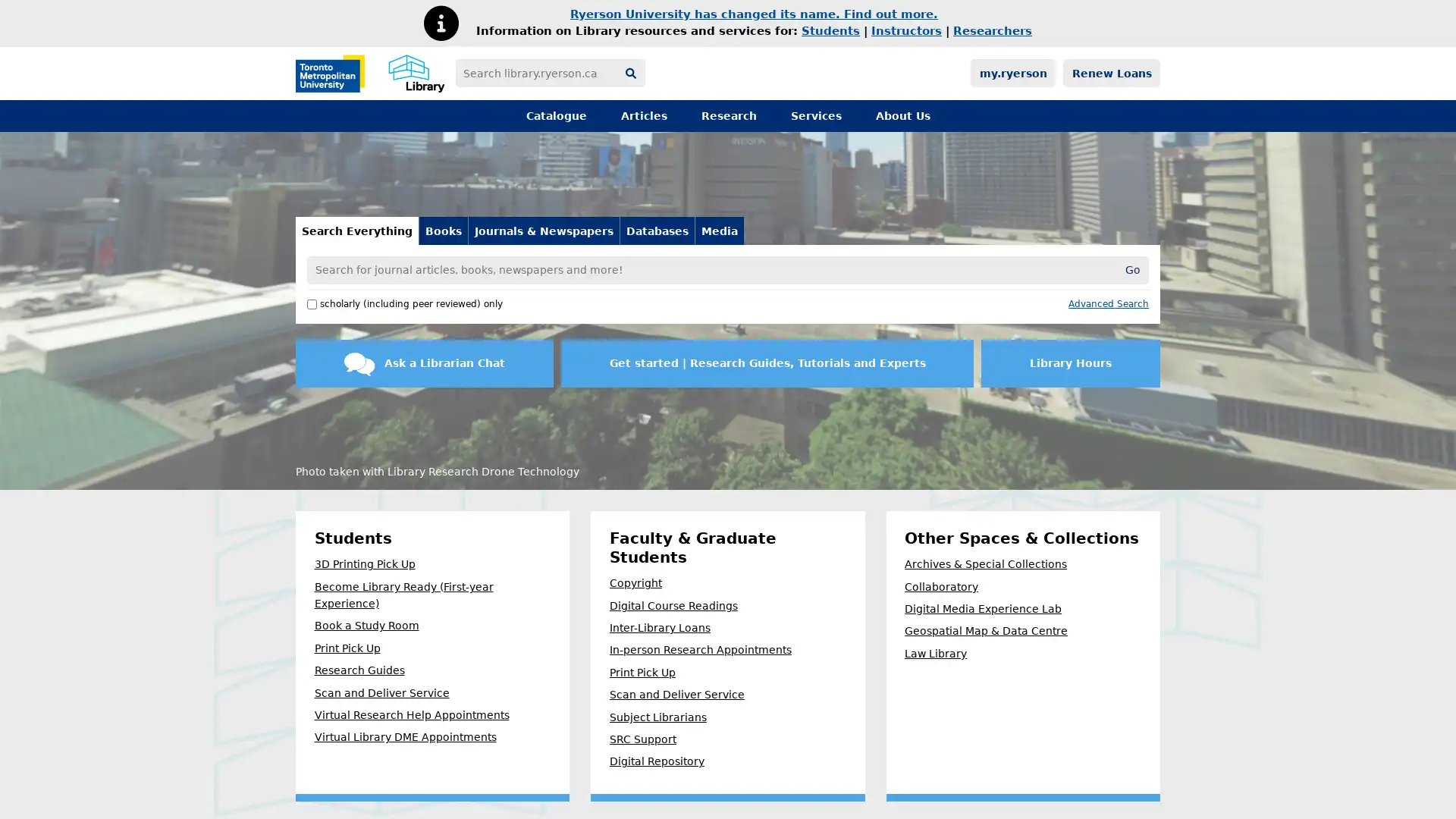 The width and height of the screenshot is (1456, 819). What do you see at coordinates (630, 73) in the screenshot?
I see `Search` at bounding box center [630, 73].